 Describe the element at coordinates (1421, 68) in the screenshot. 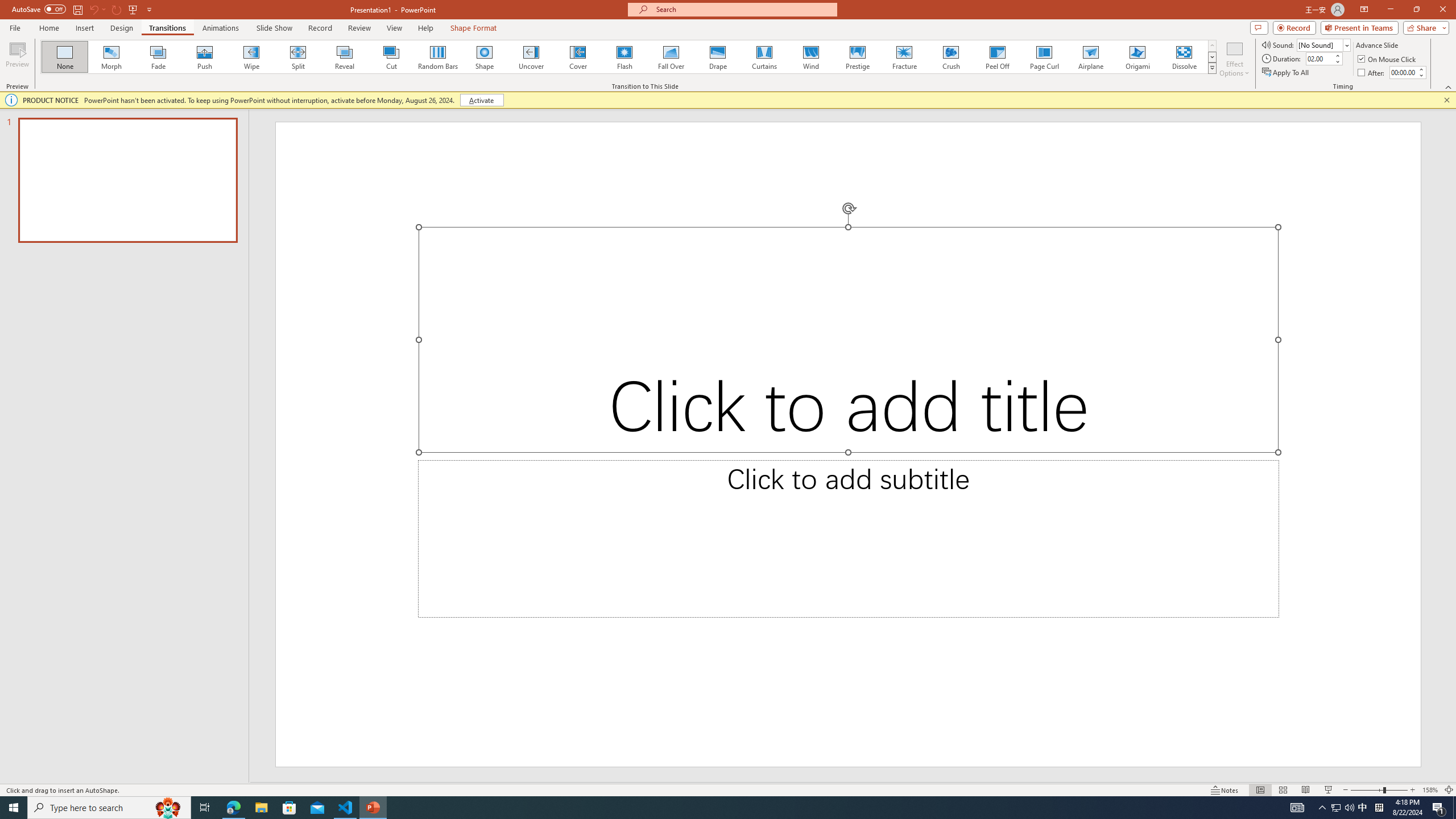

I see `'More'` at that location.